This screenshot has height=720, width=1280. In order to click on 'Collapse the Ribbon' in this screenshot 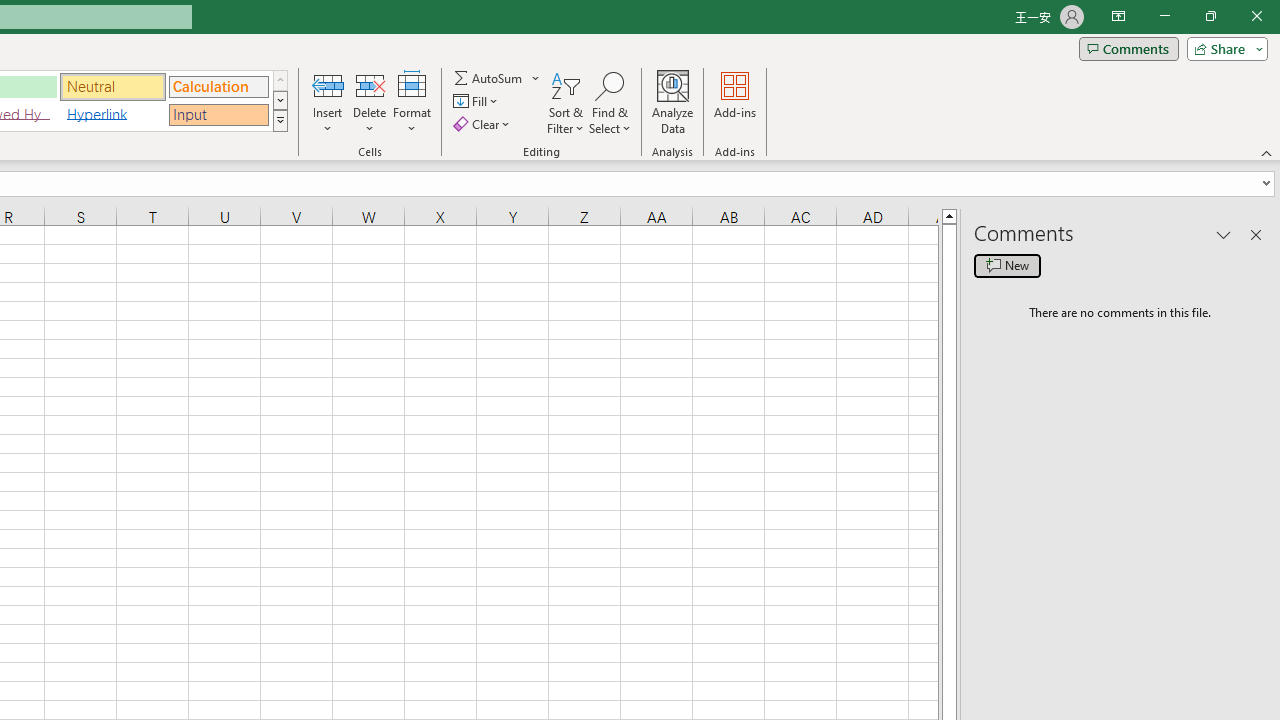, I will do `click(1266, 152)`.